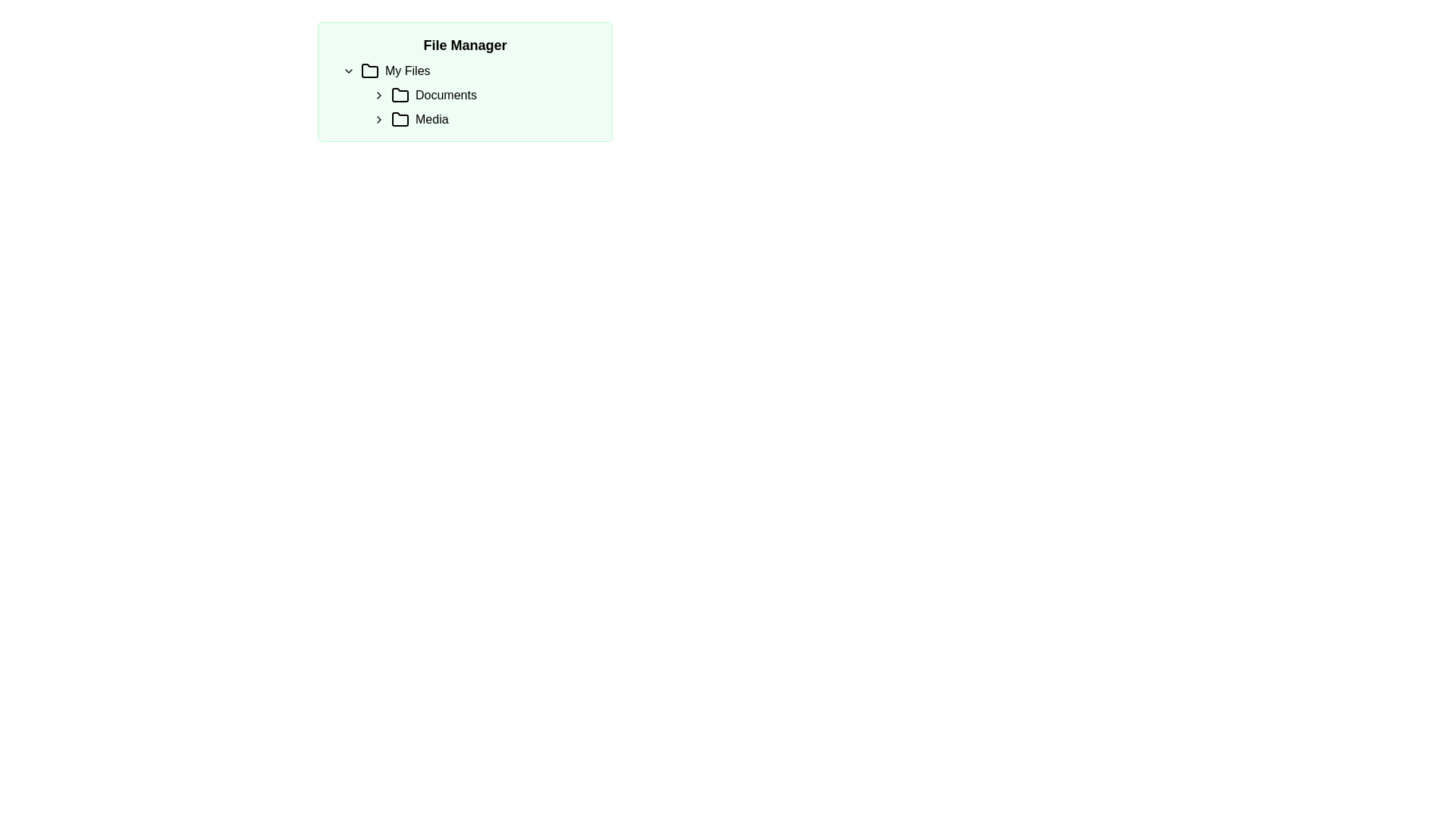  I want to click on the right-facing chevron icon located next to the text 'Media', which indicates expandable content, so click(378, 119).